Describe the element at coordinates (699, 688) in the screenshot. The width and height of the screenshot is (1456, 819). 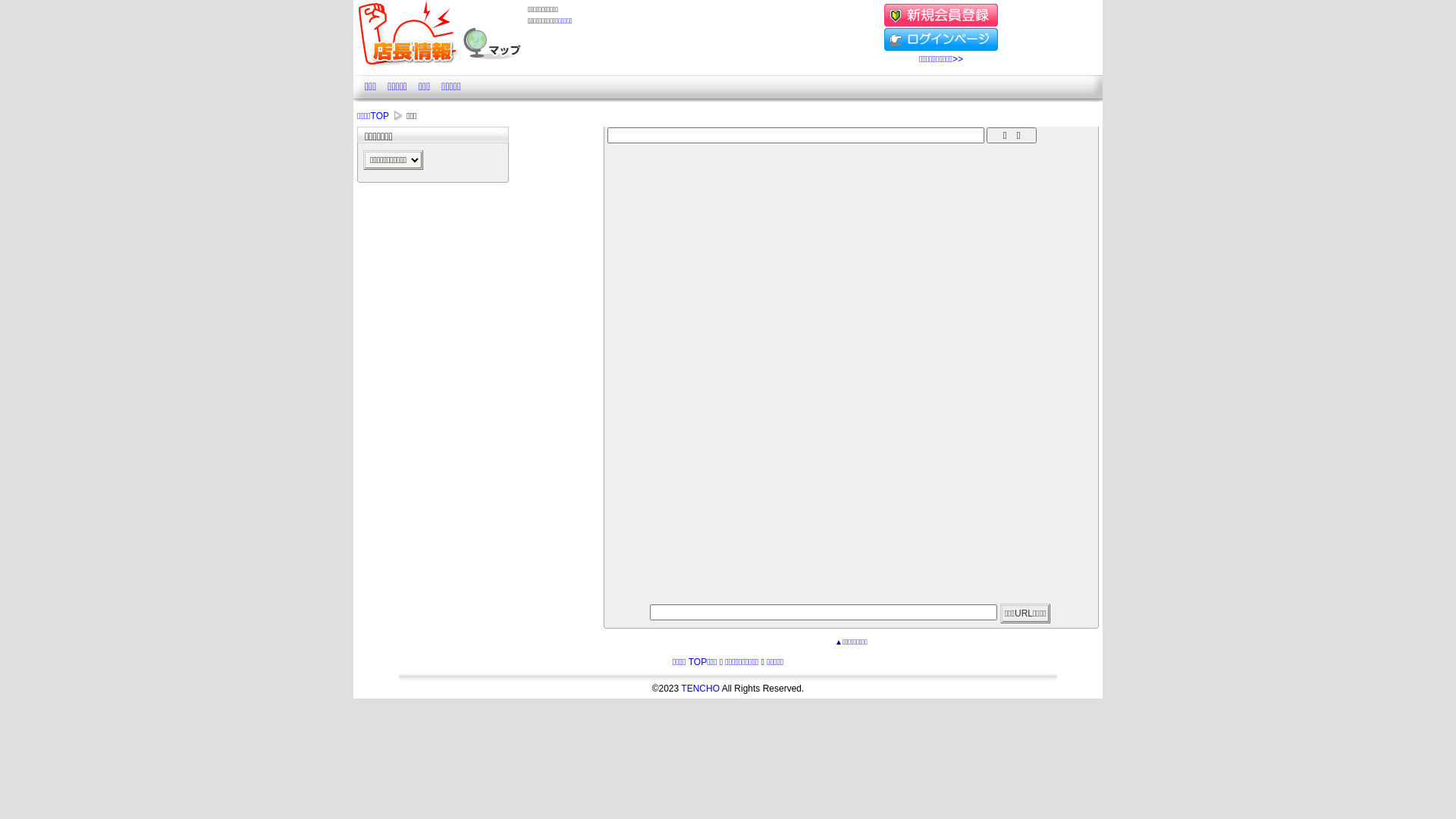
I see `'TENCHO'` at that location.